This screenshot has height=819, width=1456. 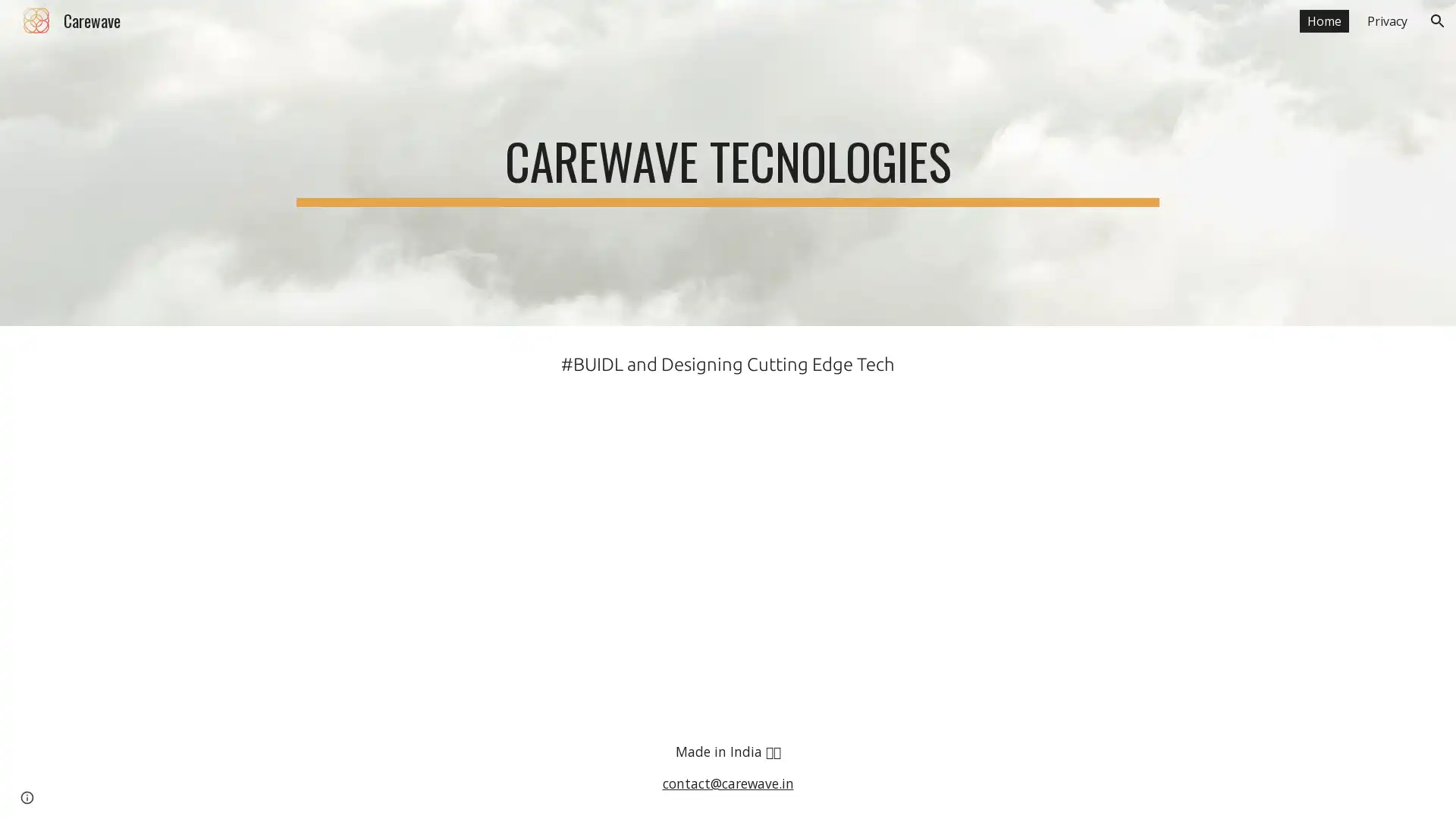 I want to click on Report abuse, so click(x=139, y=792).